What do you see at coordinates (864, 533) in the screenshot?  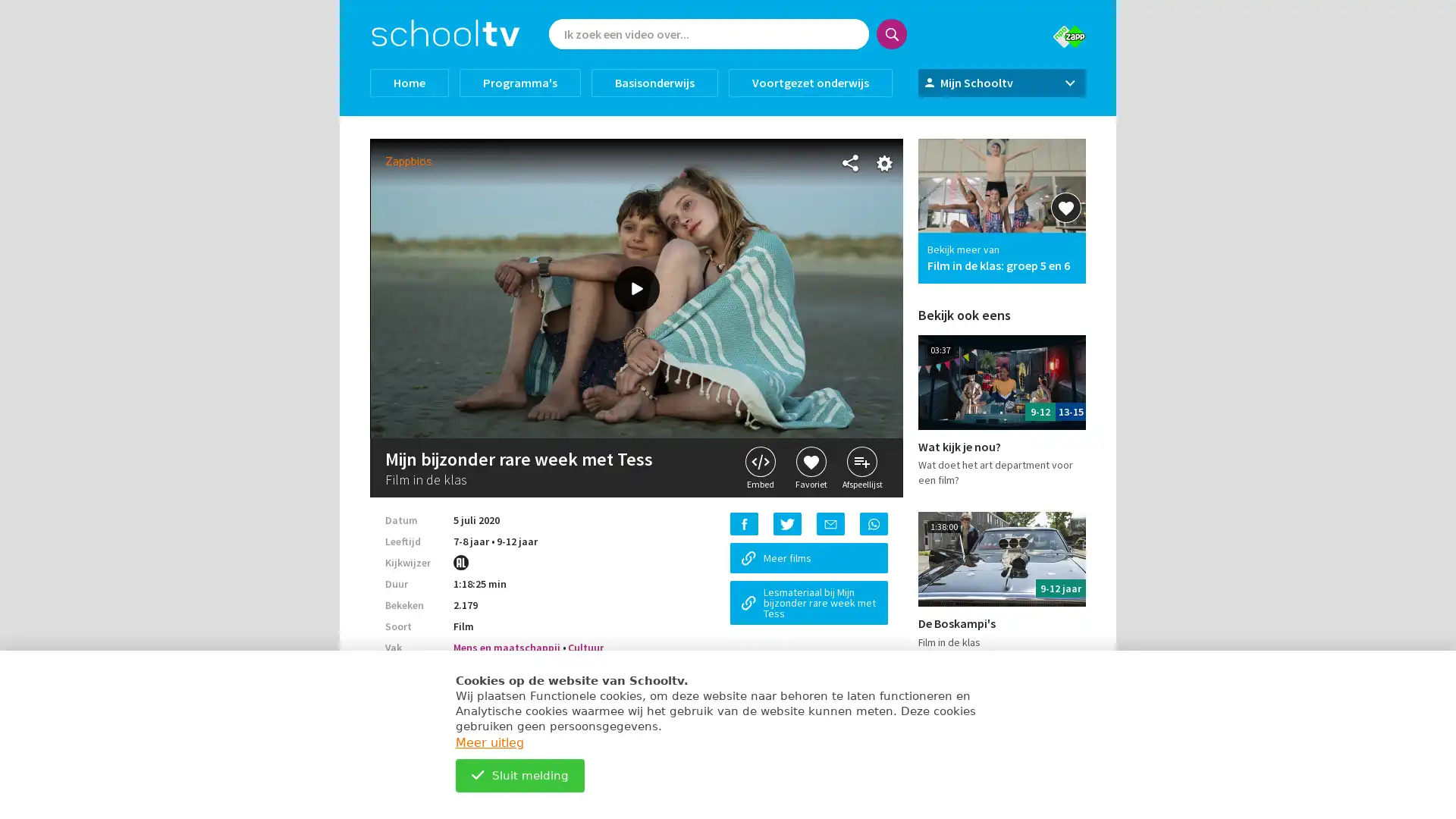 I see `Herinner mij later` at bounding box center [864, 533].